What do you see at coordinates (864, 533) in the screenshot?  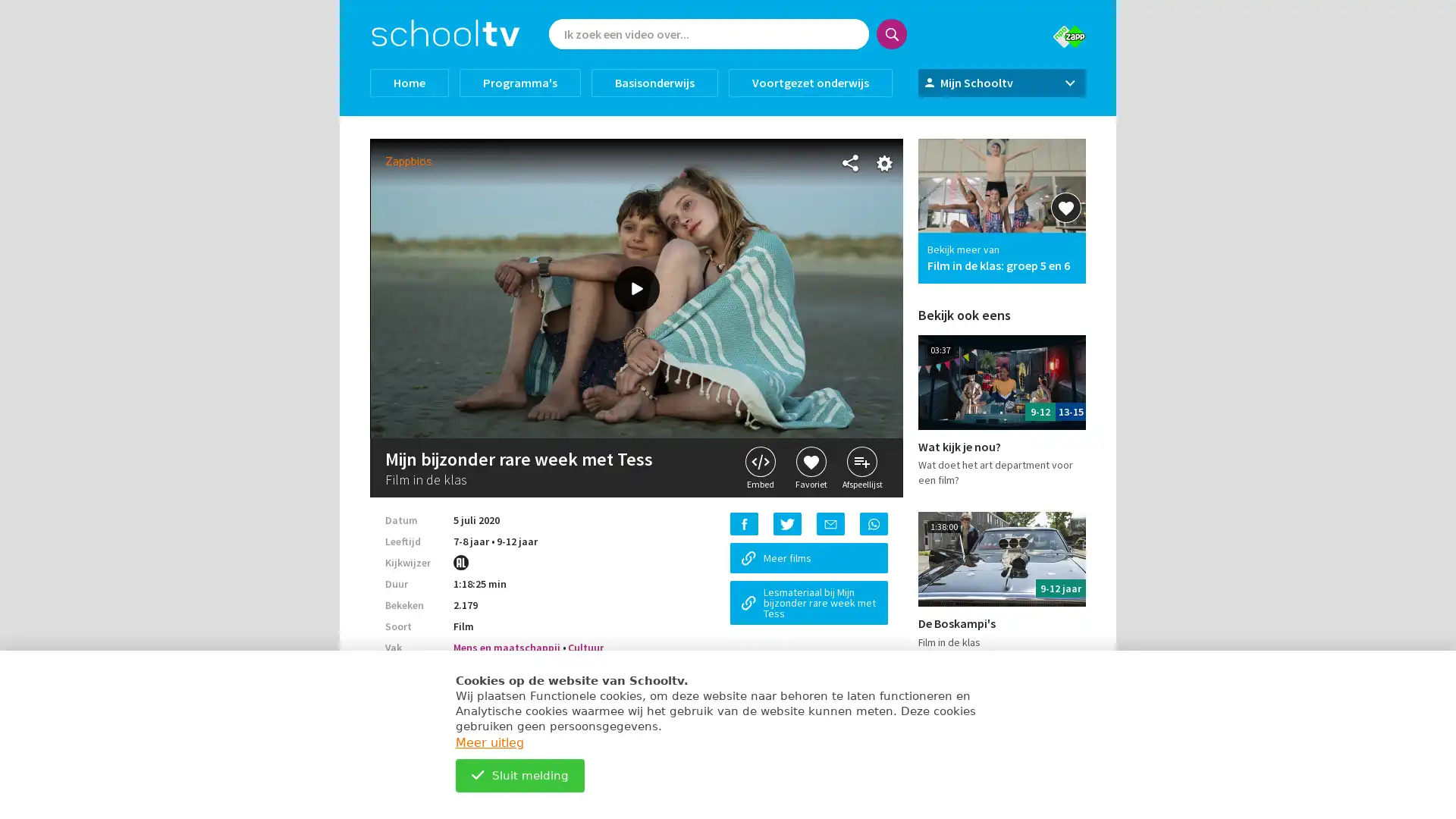 I see `Herinner mij later` at bounding box center [864, 533].